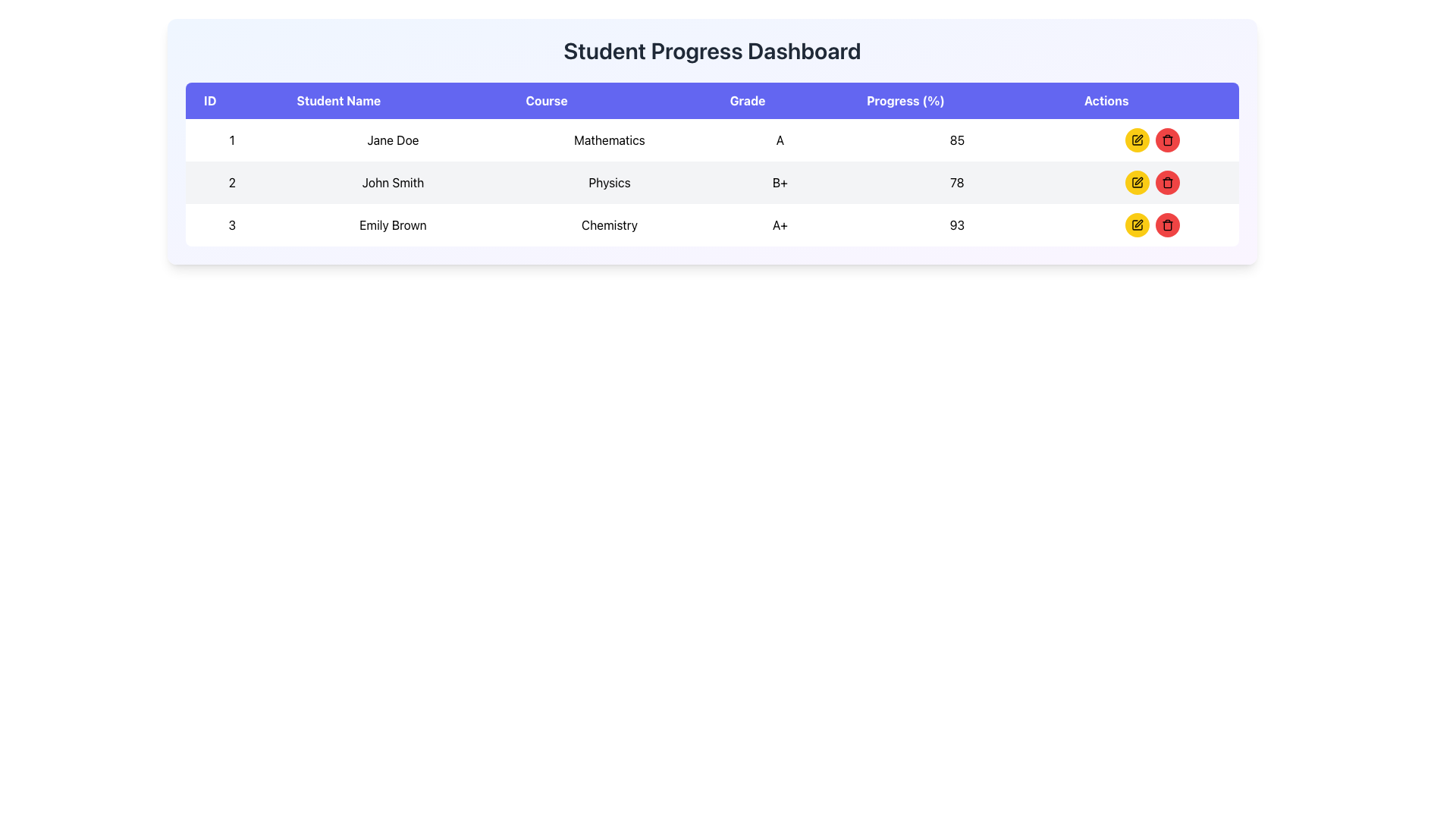  I want to click on grade 'A' displayed under the 'Grade' column for the student 'Jane Doe' in the Mathematics course, so click(780, 140).